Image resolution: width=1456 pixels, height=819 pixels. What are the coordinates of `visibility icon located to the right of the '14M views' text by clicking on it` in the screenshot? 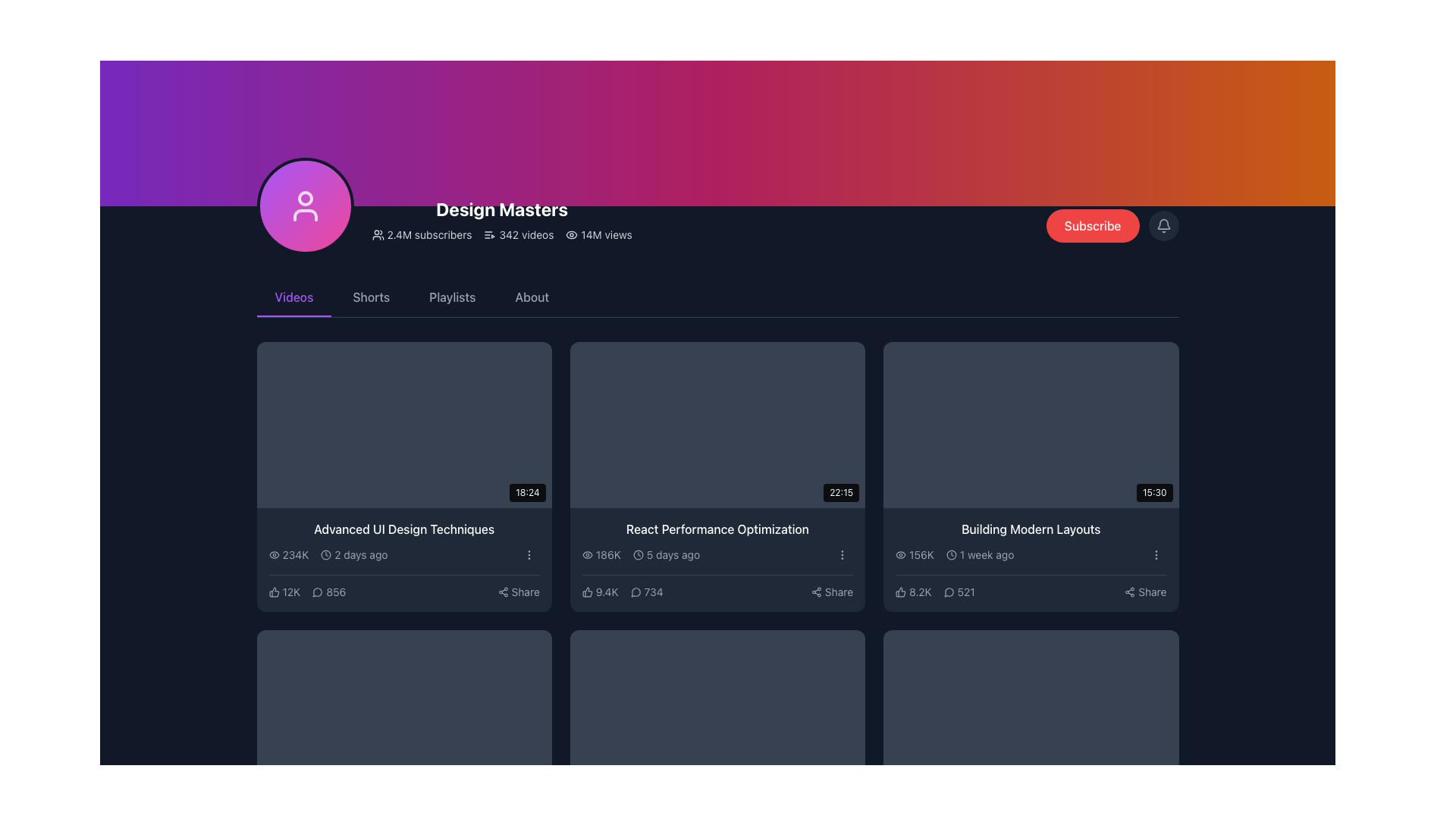 It's located at (571, 234).